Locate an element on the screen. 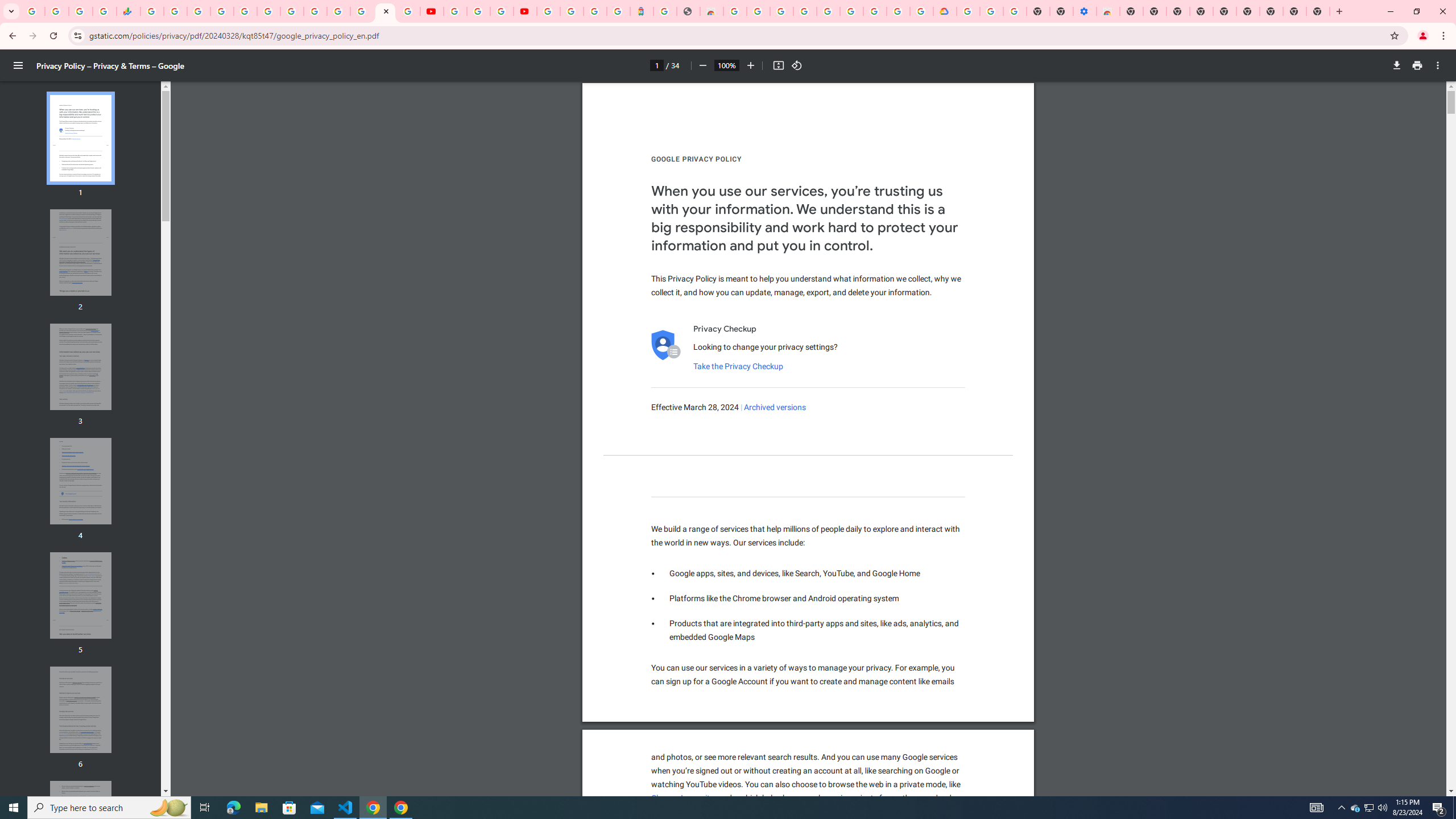 This screenshot has height=819, width=1456. 'Zoom level' is located at coordinates (726, 65).